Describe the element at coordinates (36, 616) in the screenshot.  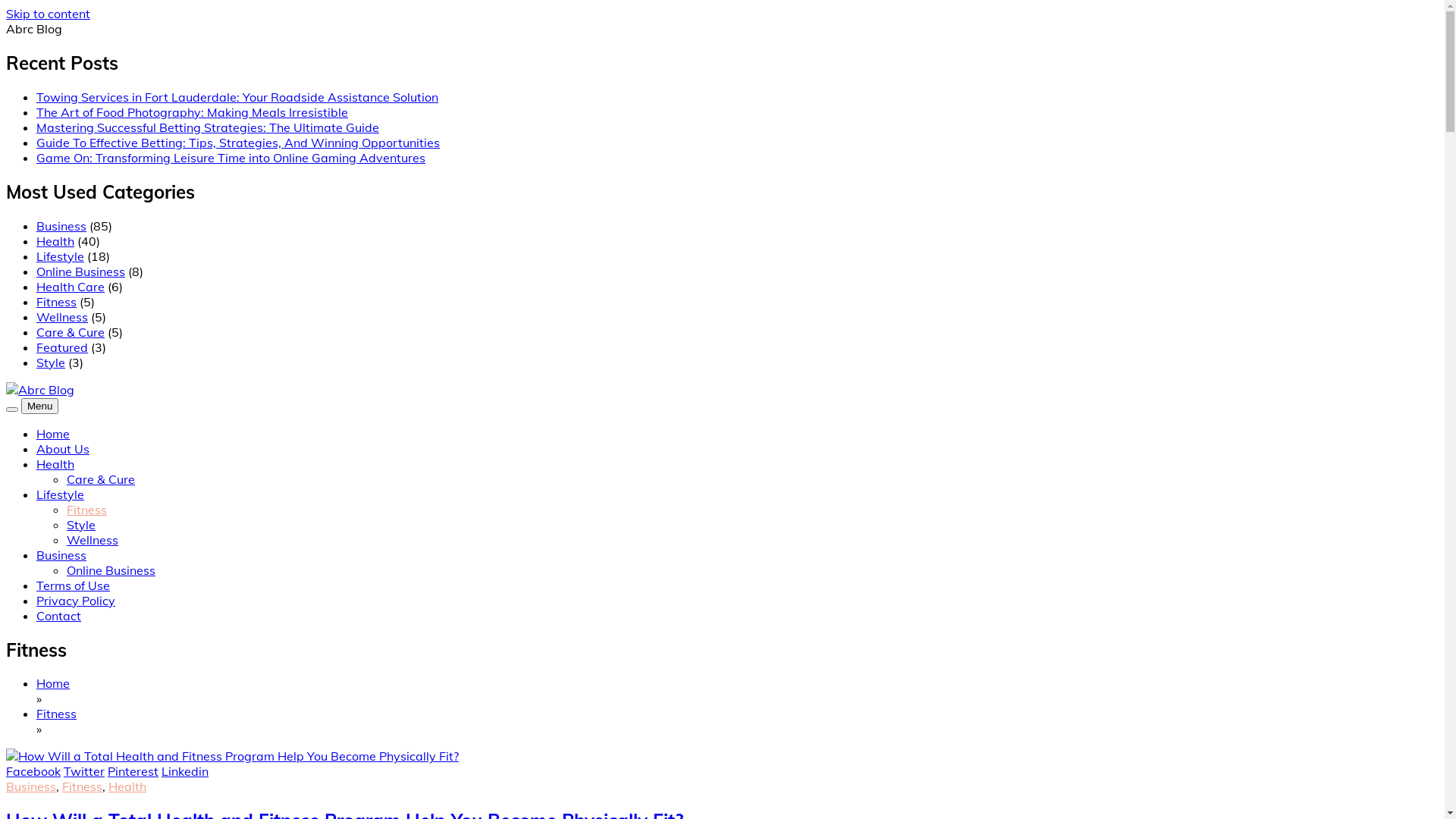
I see `'Contact'` at that location.